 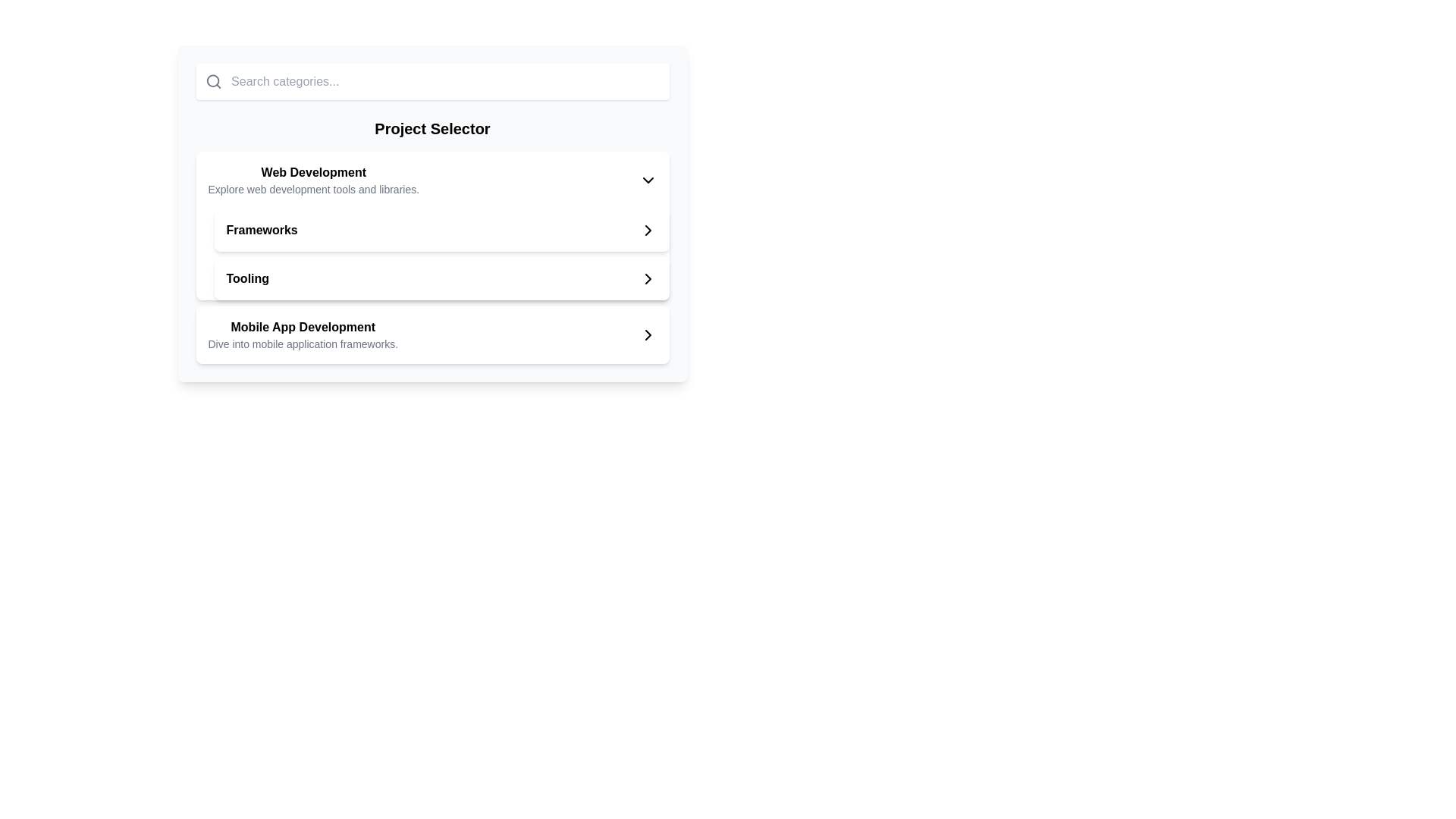 What do you see at coordinates (303, 327) in the screenshot?
I see `the bold text label reading 'Mobile App Development' which is styled to signify importance and is positioned in the card of the same name, located at the coordinates provided` at bounding box center [303, 327].